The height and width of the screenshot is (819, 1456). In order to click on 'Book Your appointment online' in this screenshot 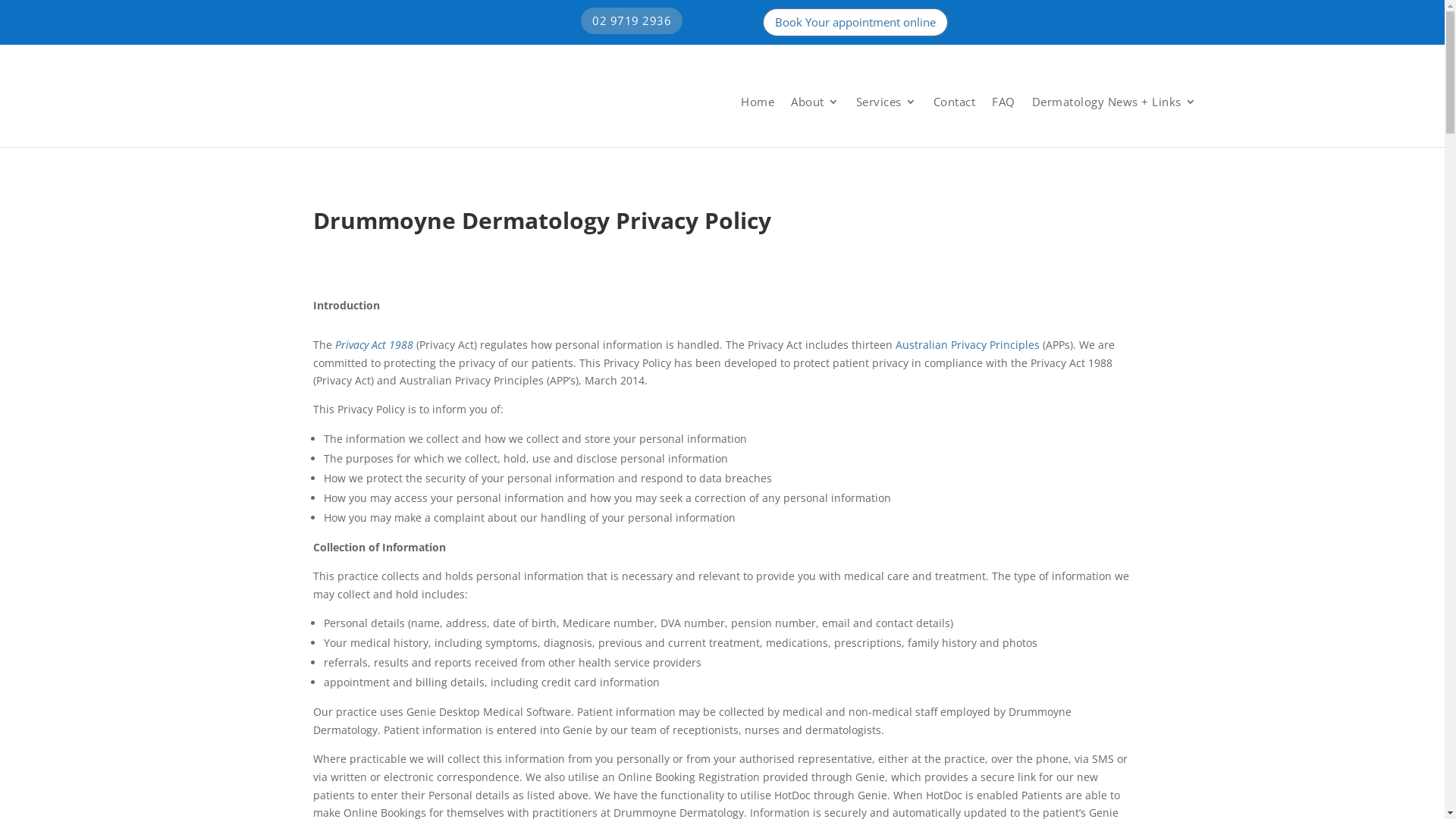, I will do `click(855, 22)`.